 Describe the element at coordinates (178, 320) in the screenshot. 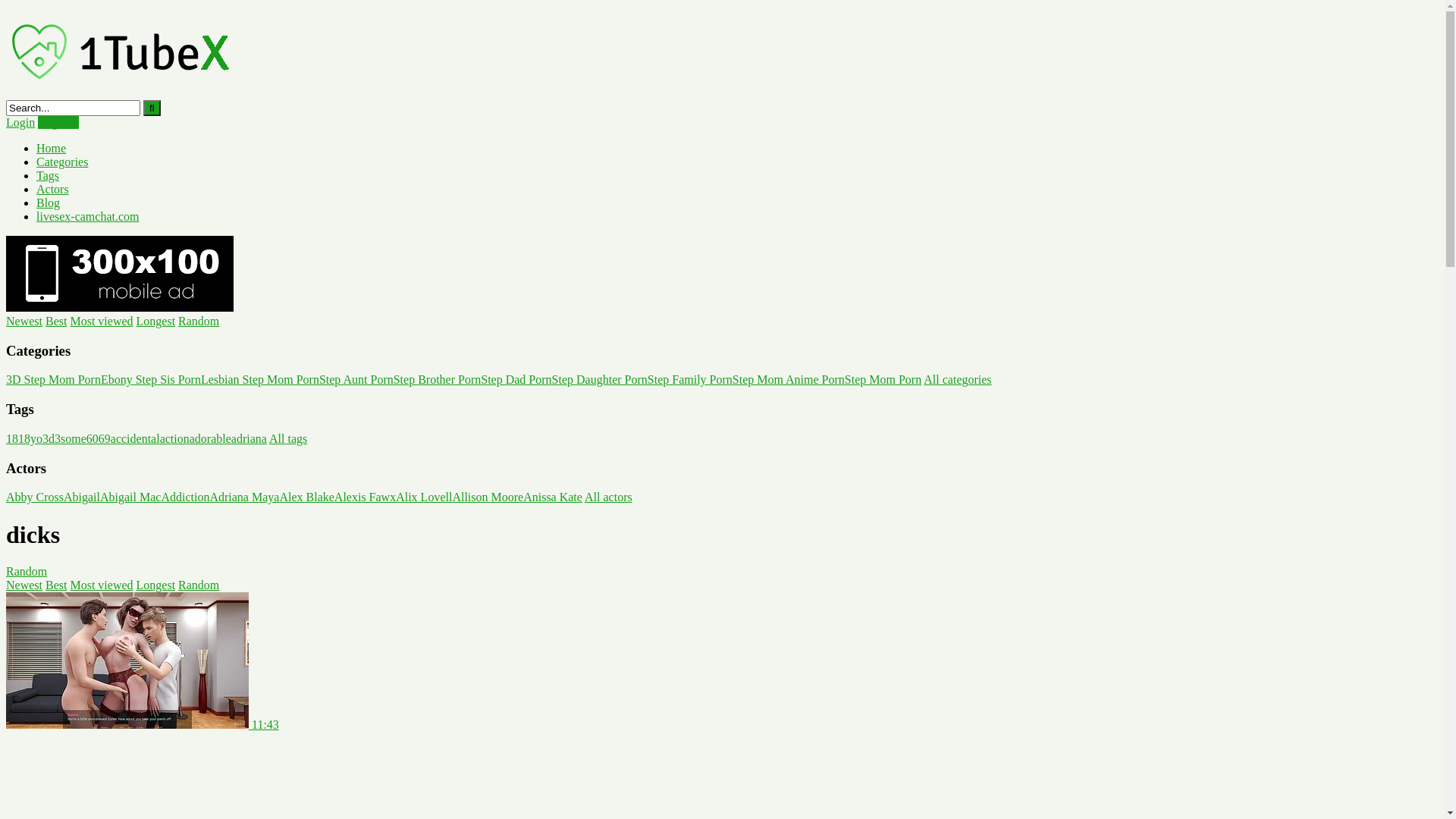

I see `'Random'` at that location.